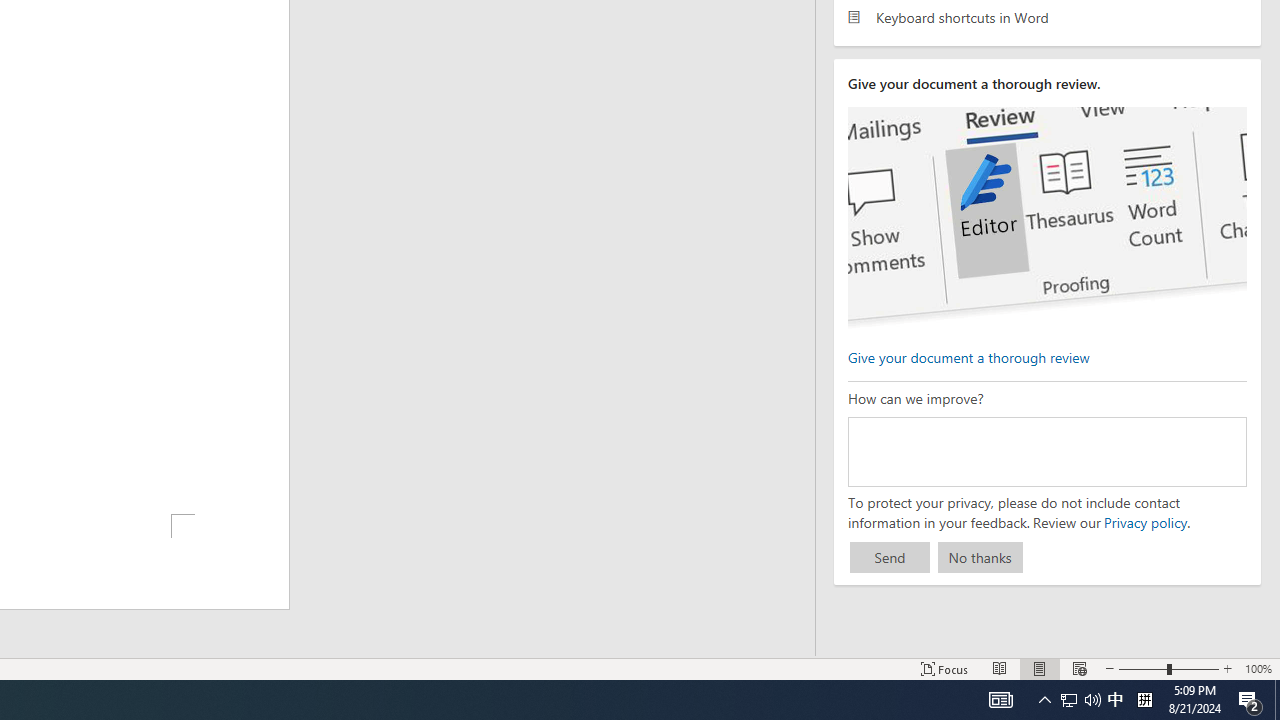  What do you see at coordinates (1144, 521) in the screenshot?
I see `'Privacy policy'` at bounding box center [1144, 521].